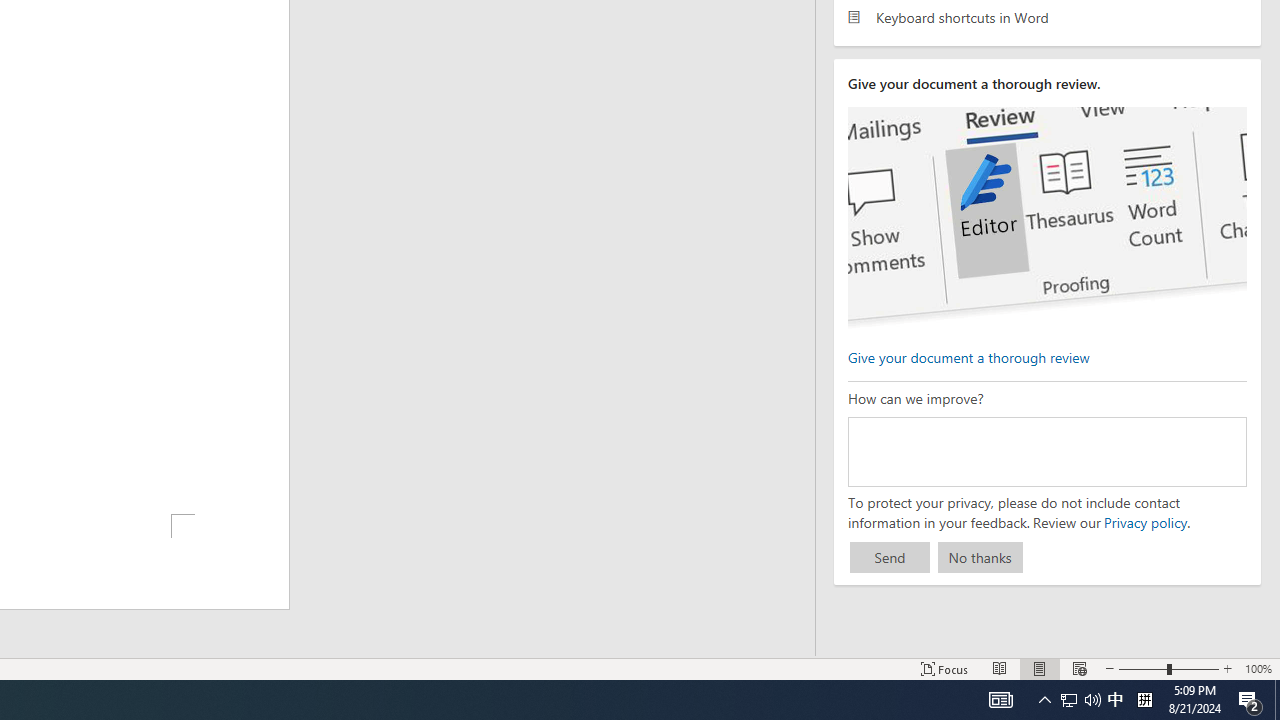  What do you see at coordinates (1144, 521) in the screenshot?
I see `'Privacy policy'` at bounding box center [1144, 521].